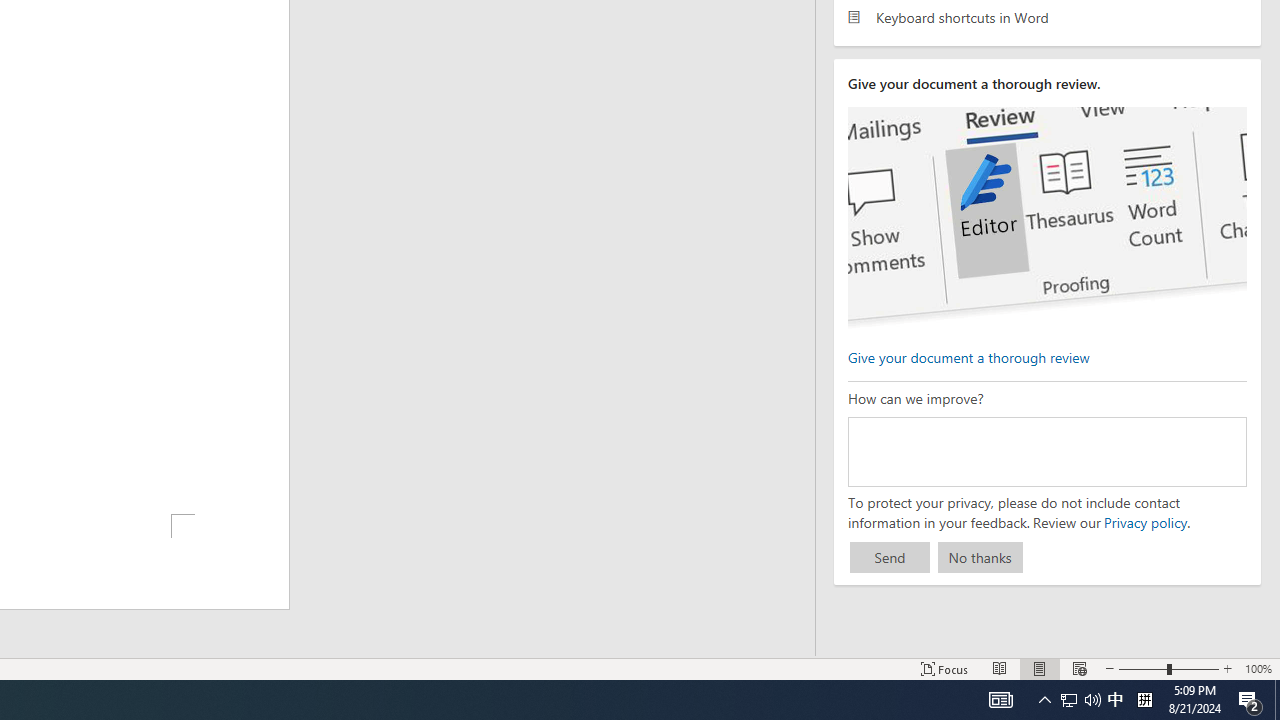  What do you see at coordinates (1144, 521) in the screenshot?
I see `'Privacy policy'` at bounding box center [1144, 521].